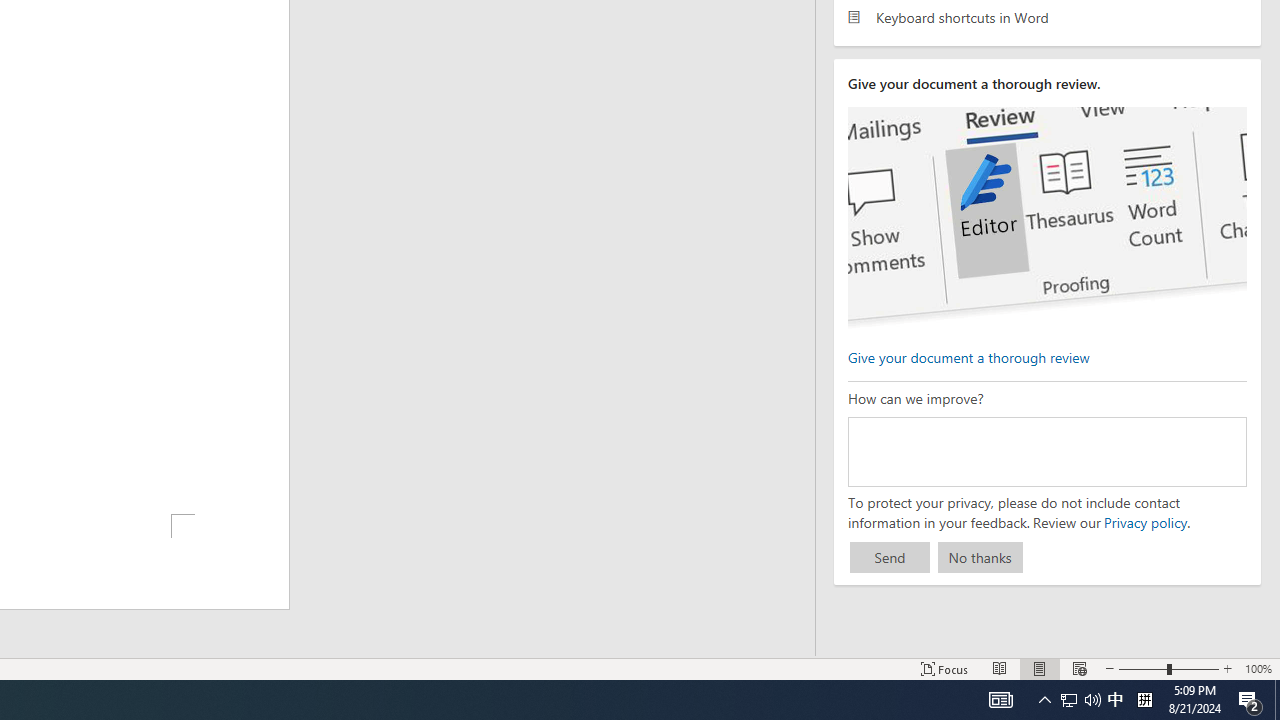  What do you see at coordinates (1144, 521) in the screenshot?
I see `'Privacy policy'` at bounding box center [1144, 521].